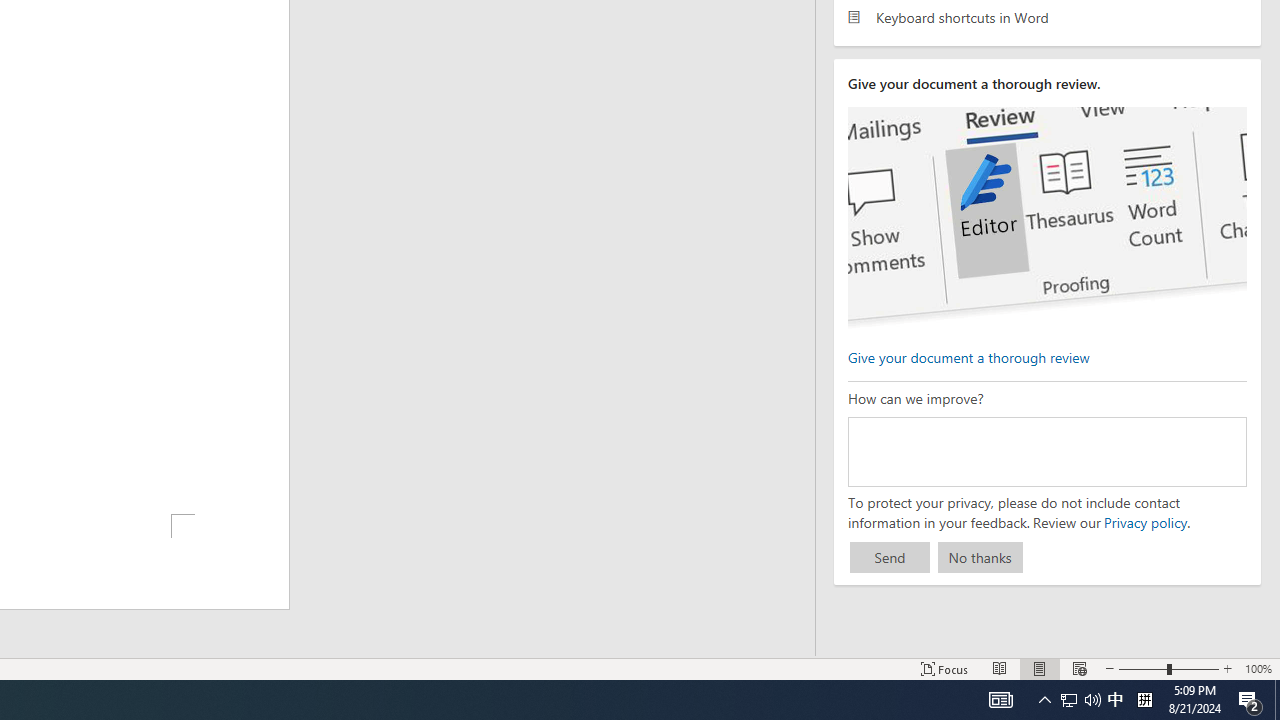  What do you see at coordinates (1144, 521) in the screenshot?
I see `'Privacy policy'` at bounding box center [1144, 521].